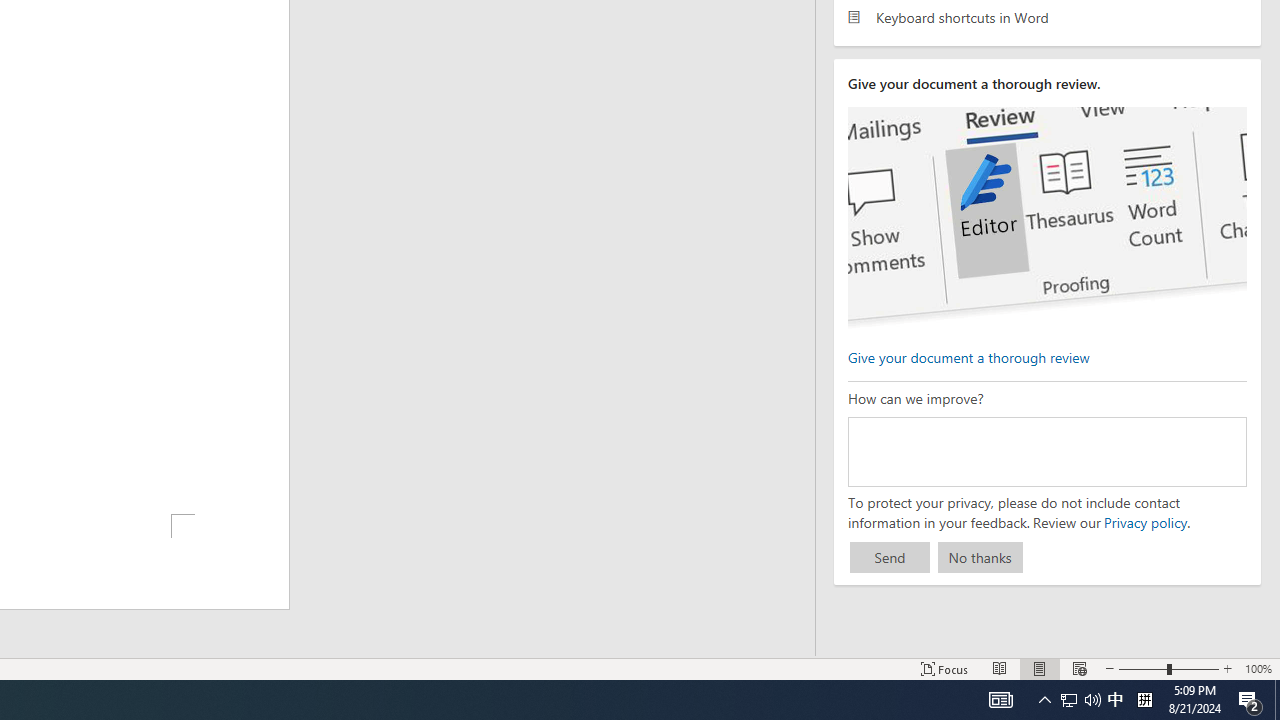  What do you see at coordinates (1144, 521) in the screenshot?
I see `'Privacy policy'` at bounding box center [1144, 521].